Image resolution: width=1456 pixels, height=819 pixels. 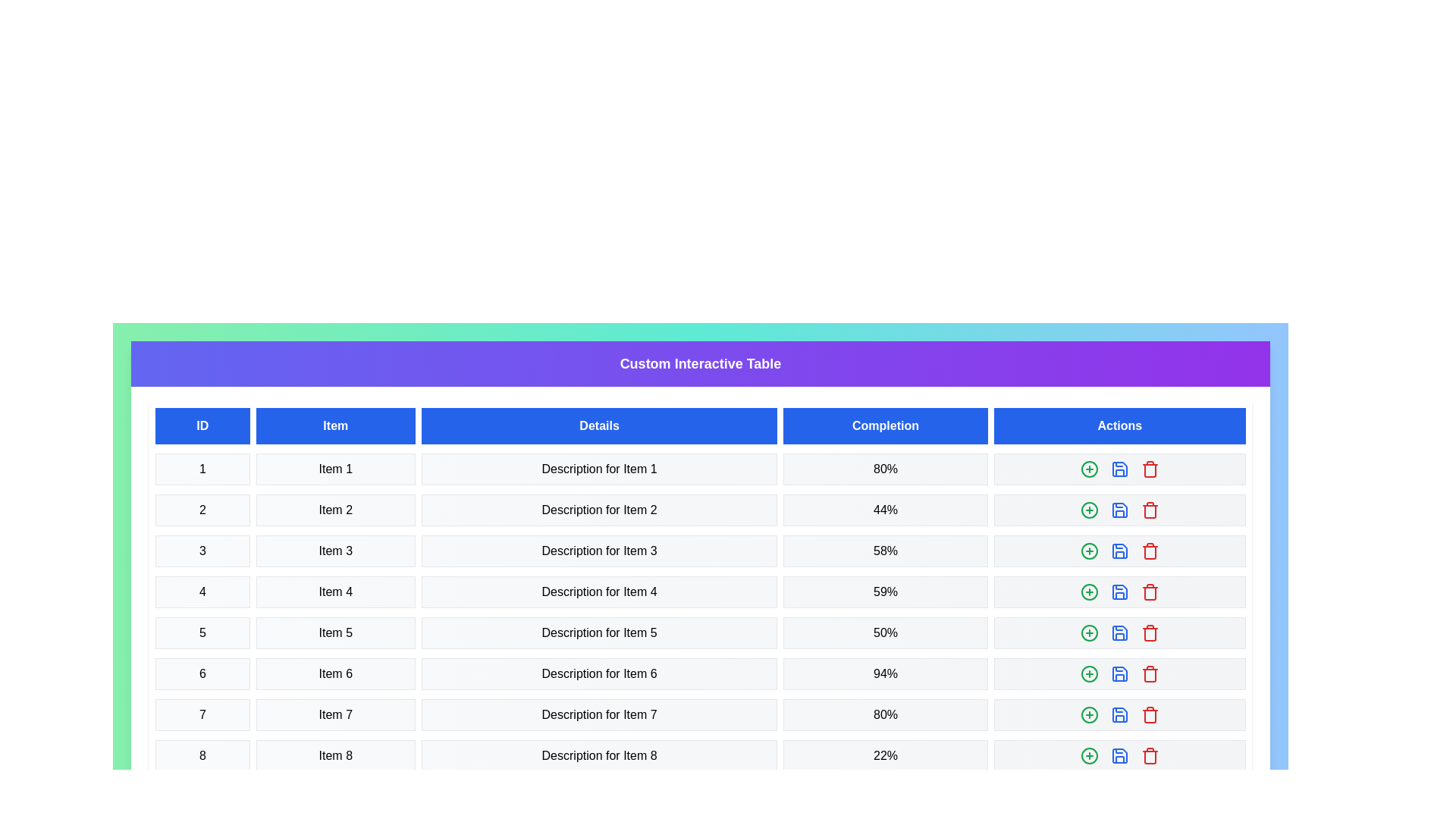 I want to click on the 'Trash' button in the 'Actions' column for the specified row, so click(x=1150, y=468).